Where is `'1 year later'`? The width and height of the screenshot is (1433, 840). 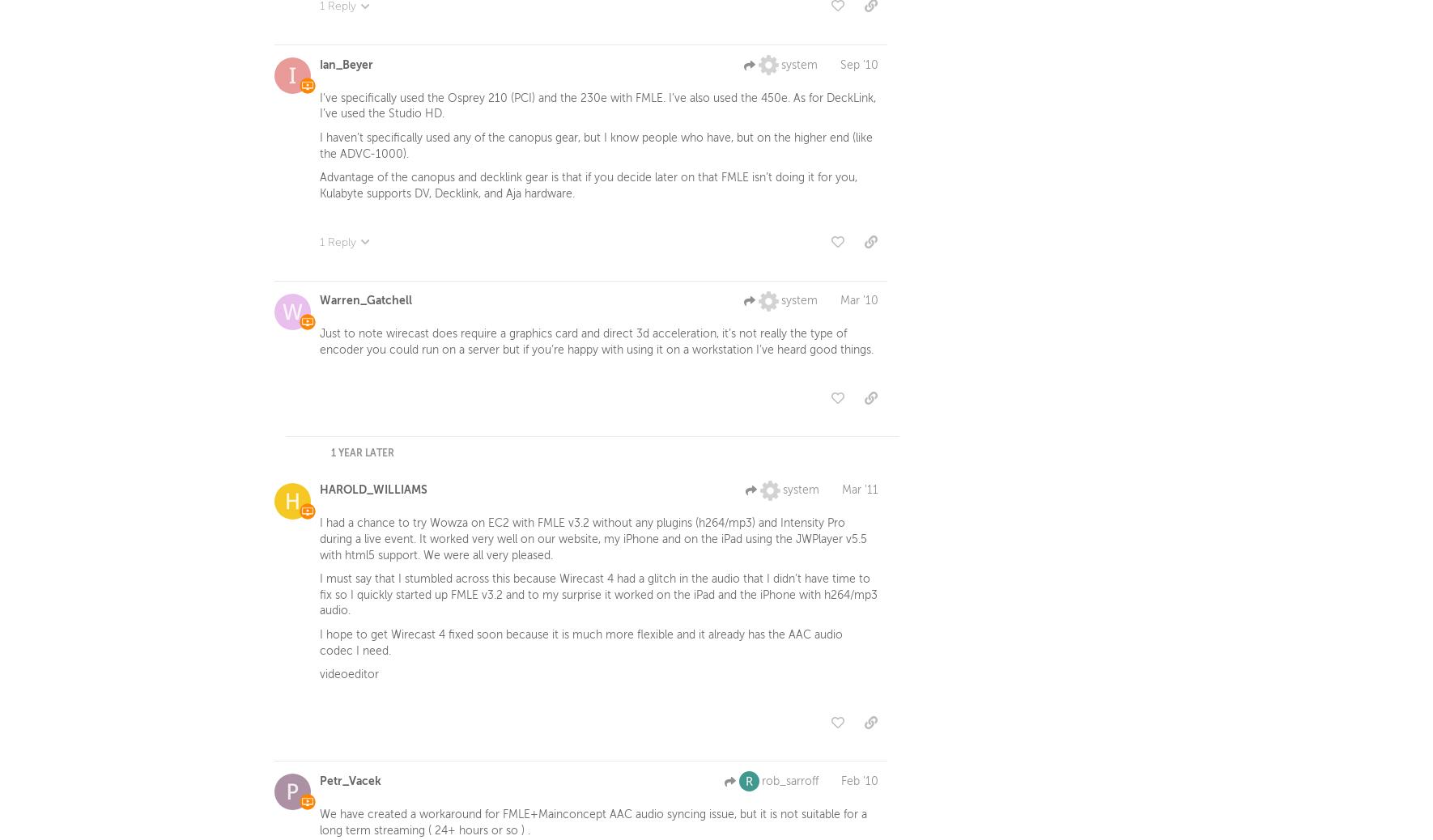
'1 year later' is located at coordinates (362, 456).